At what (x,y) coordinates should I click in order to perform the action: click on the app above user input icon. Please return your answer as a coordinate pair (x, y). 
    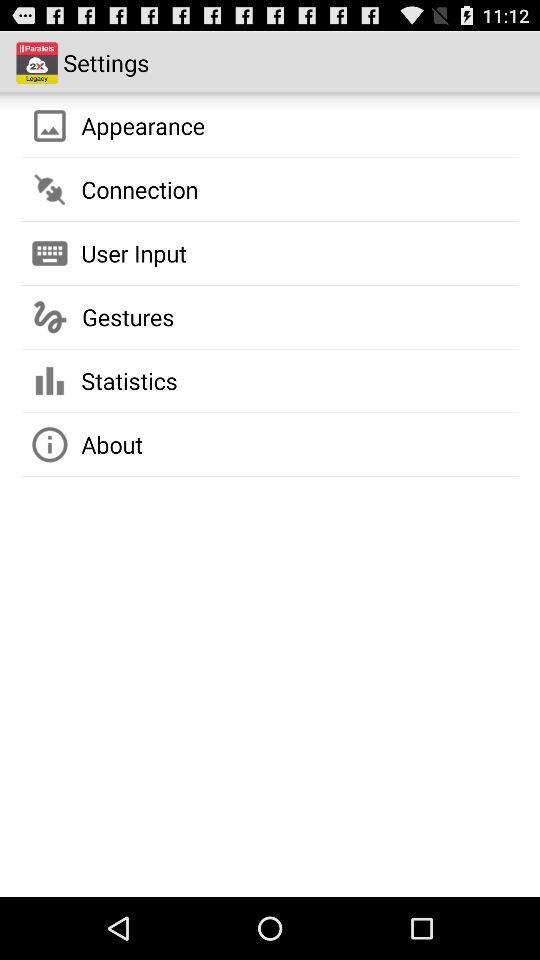
    Looking at the image, I should click on (138, 189).